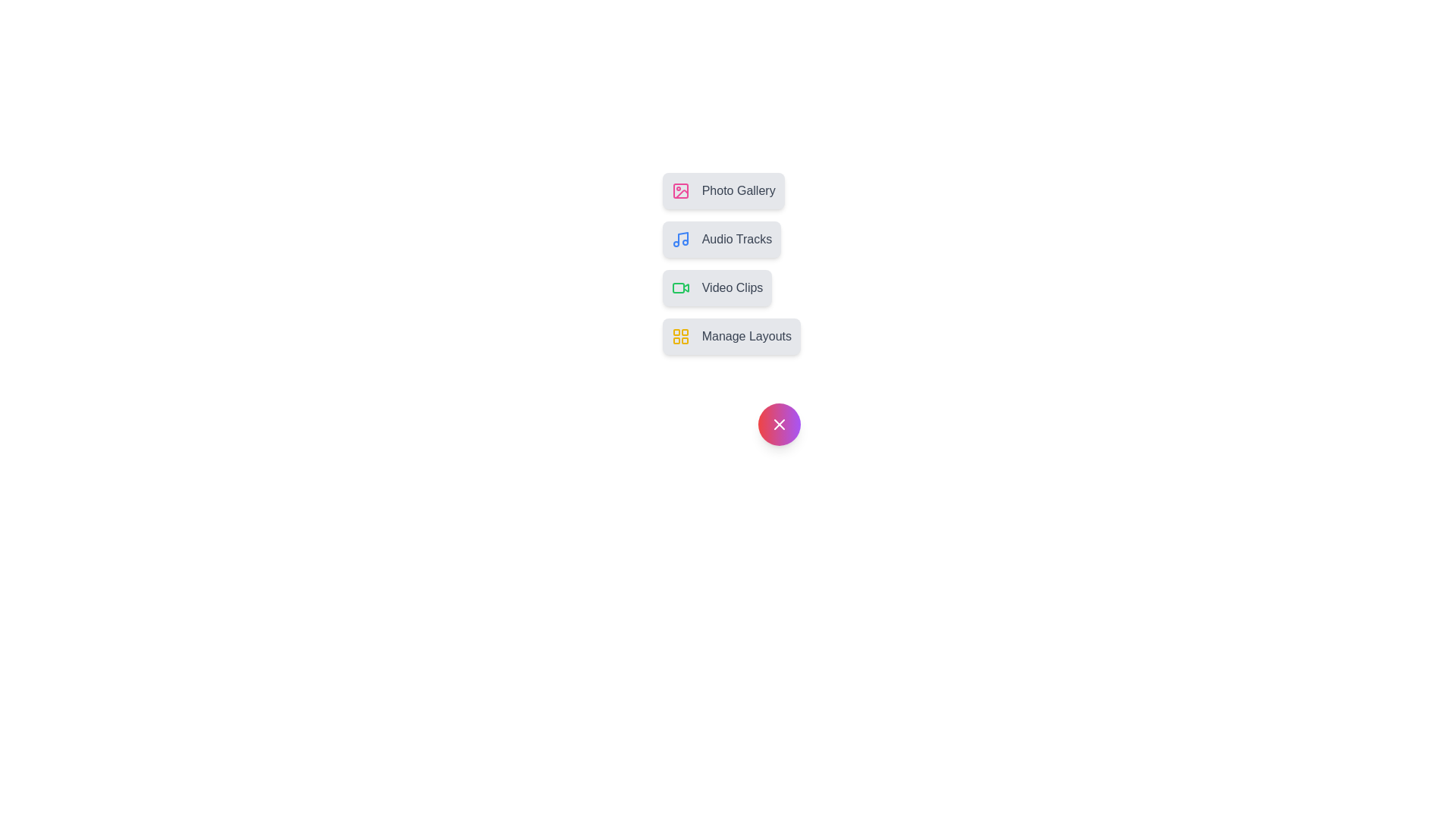 The image size is (1456, 819). Describe the element at coordinates (732, 288) in the screenshot. I see `the text label displaying 'Video Clips'` at that location.